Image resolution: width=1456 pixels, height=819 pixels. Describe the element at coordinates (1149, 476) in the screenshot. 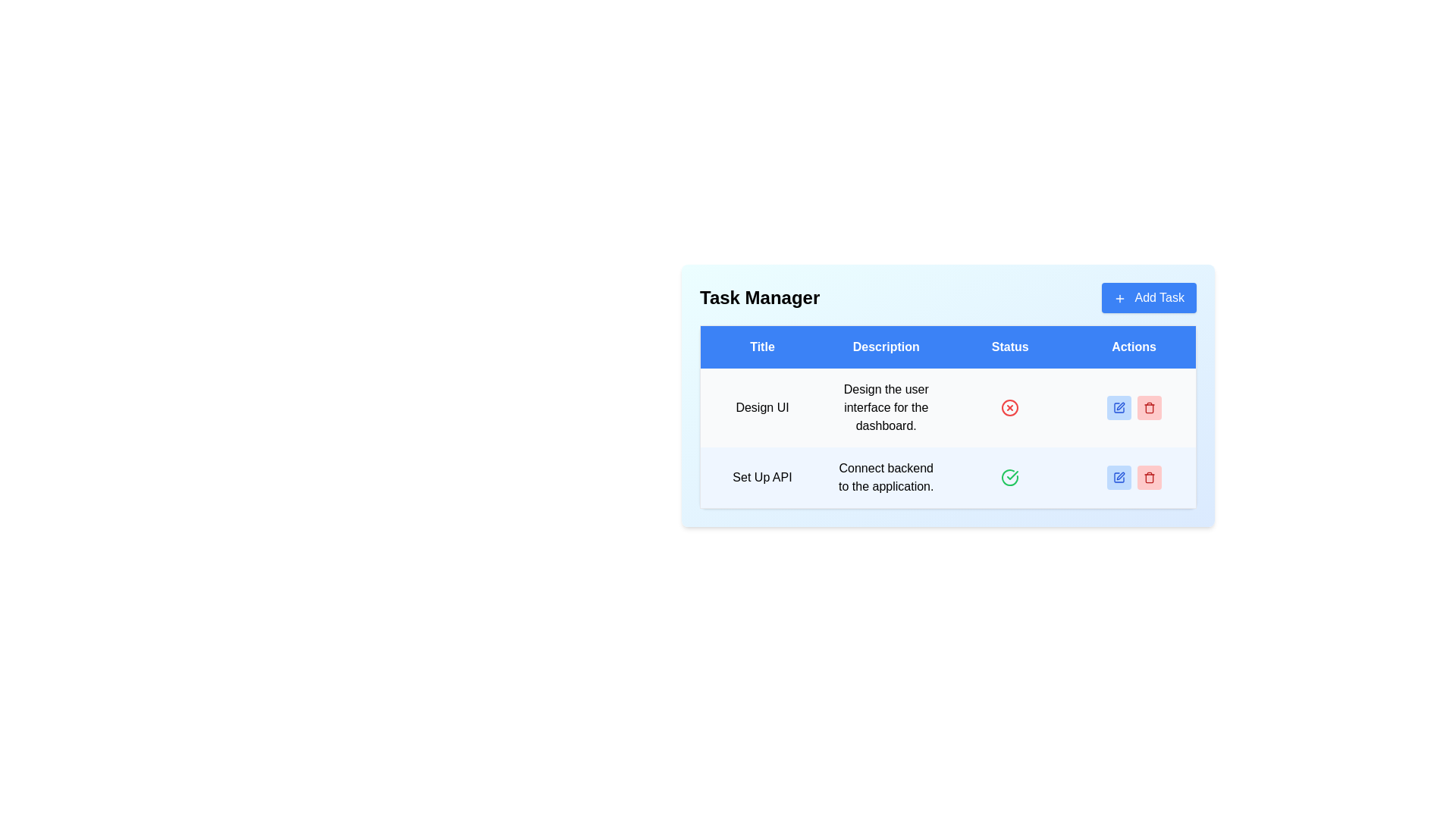

I see `the delete icon button located in the Actions column of the second row of the tasks table` at that location.